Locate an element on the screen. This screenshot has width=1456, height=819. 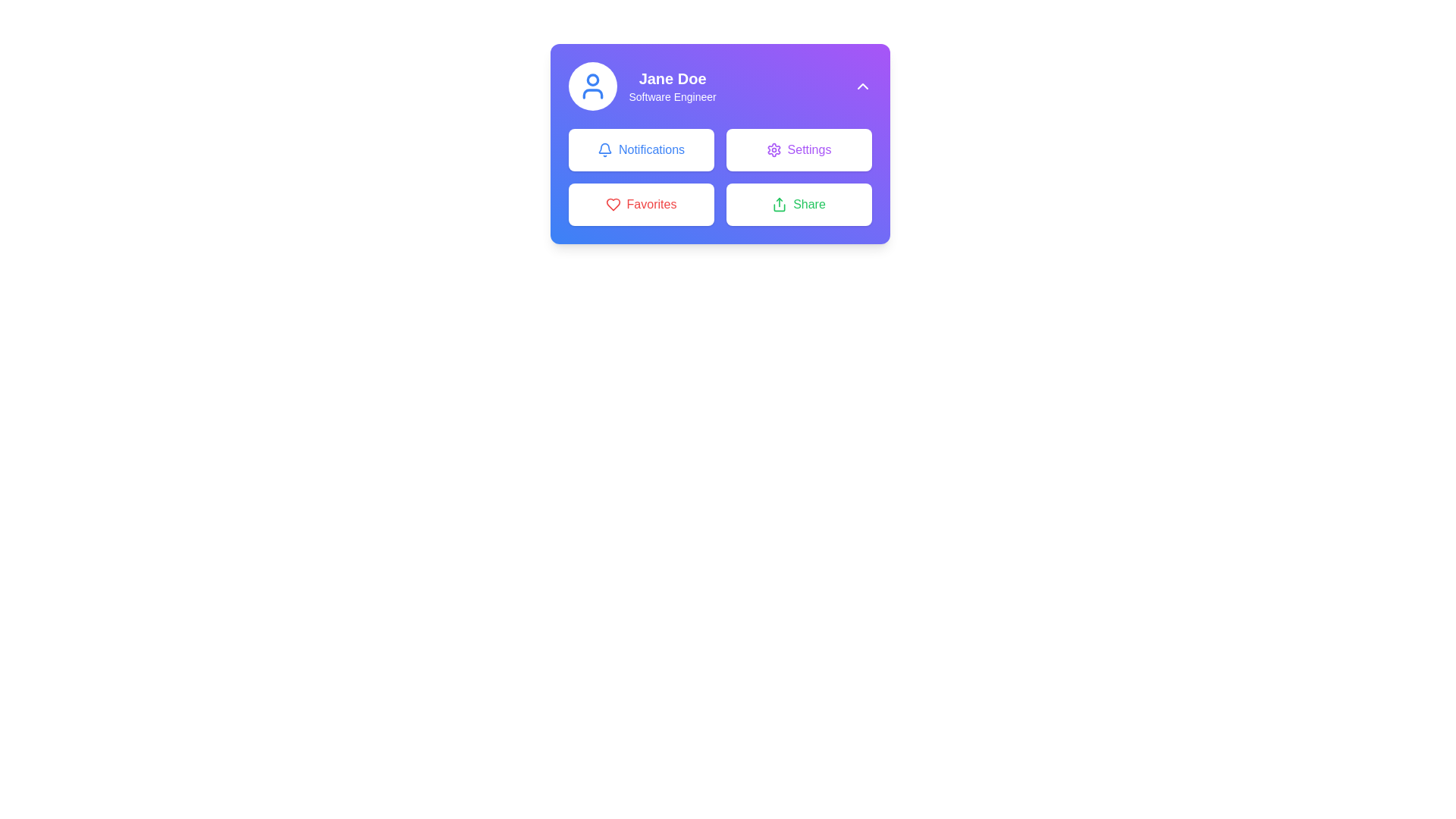
'Notifications' label inside the blue button located at the top left of a grid of buttons to understand its purpose is located at coordinates (651, 149).